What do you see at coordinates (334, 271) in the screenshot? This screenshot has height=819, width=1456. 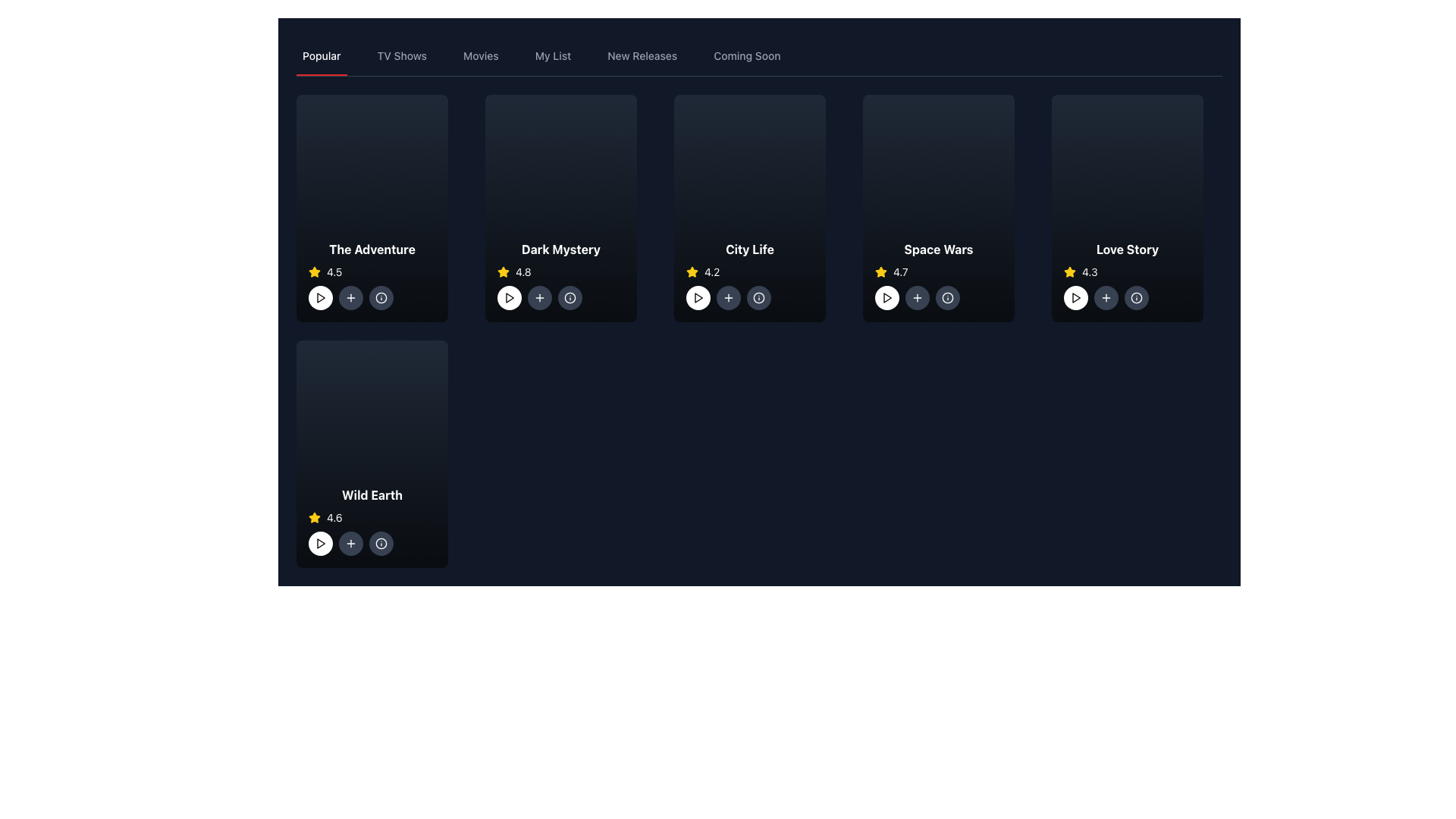 I see `text displaying '4.5' in white font against a dark background, located below the title 'The Adventure' in the grid` at bounding box center [334, 271].